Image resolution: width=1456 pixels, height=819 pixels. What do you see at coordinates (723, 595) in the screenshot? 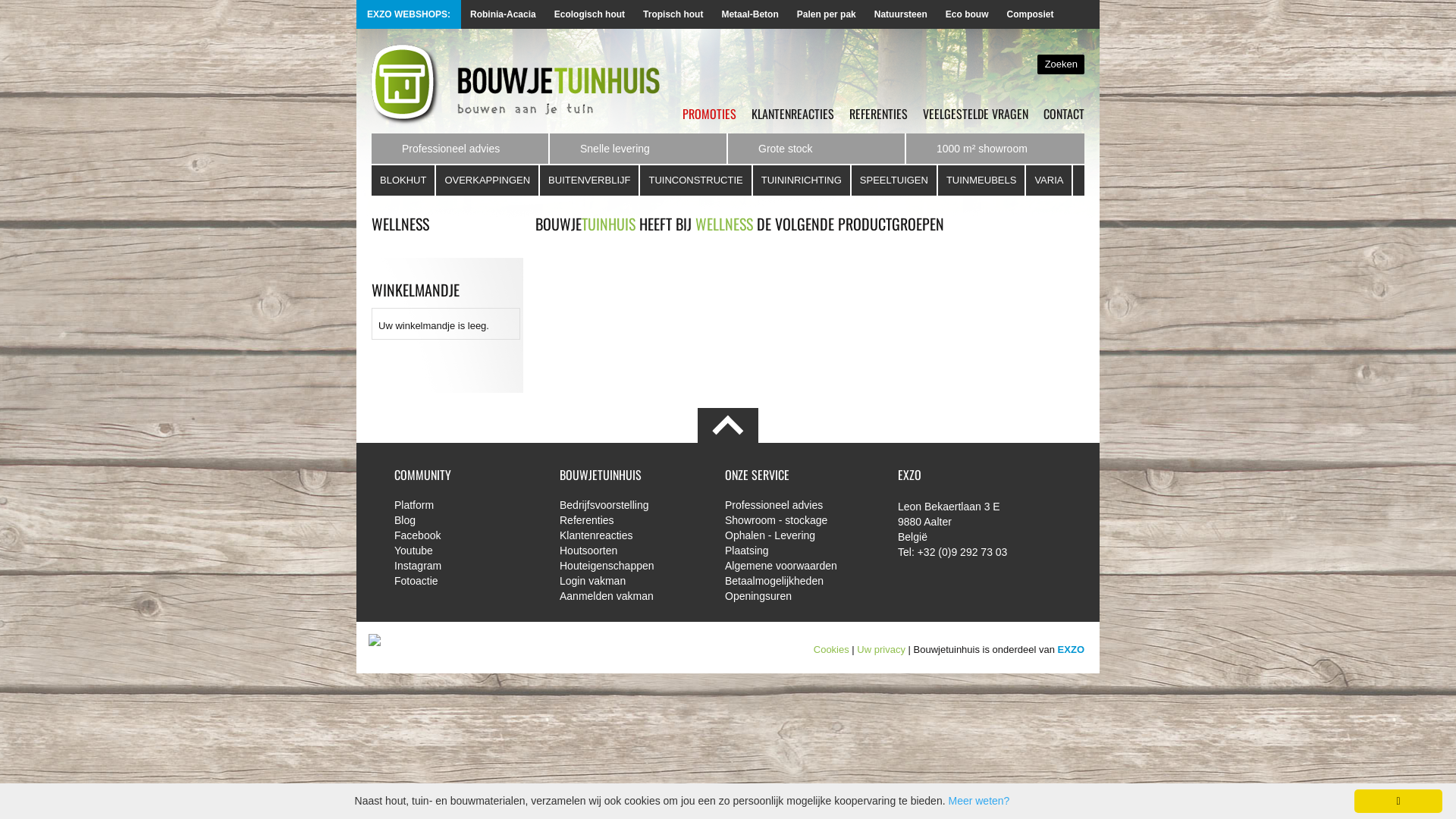
I see `'Openingsuren'` at bounding box center [723, 595].